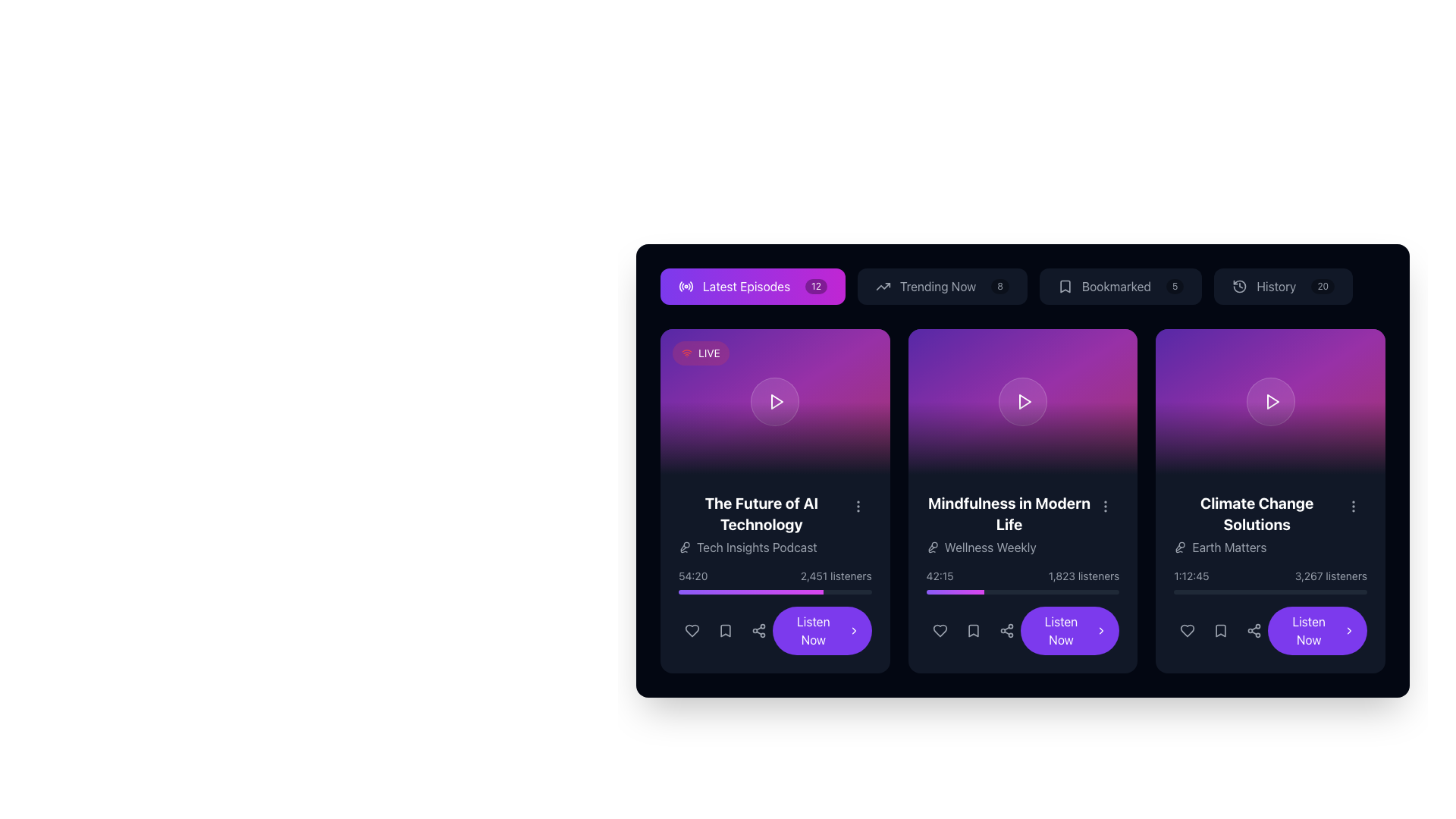 This screenshot has height=819, width=1456. Describe the element at coordinates (1022, 400) in the screenshot. I see `the circular button with a semi-transparent dark overlay and a white play icon located in the middle of the card to play the content` at that location.